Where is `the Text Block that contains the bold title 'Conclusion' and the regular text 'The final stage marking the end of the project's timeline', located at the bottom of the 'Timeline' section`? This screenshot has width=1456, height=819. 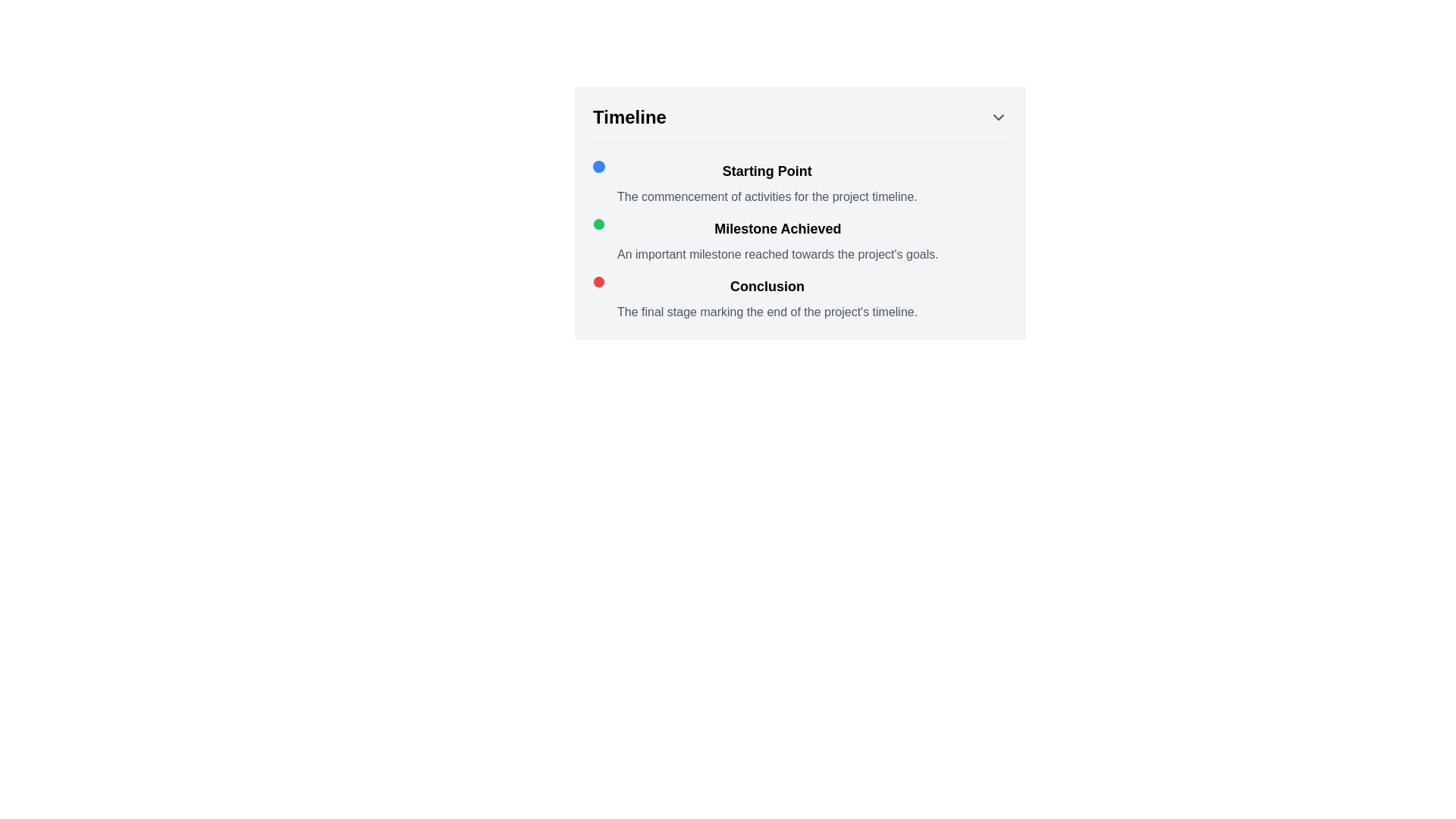 the Text Block that contains the bold title 'Conclusion' and the regular text 'The final stage marking the end of the project's timeline', located at the bottom of the 'Timeline' section is located at coordinates (767, 298).